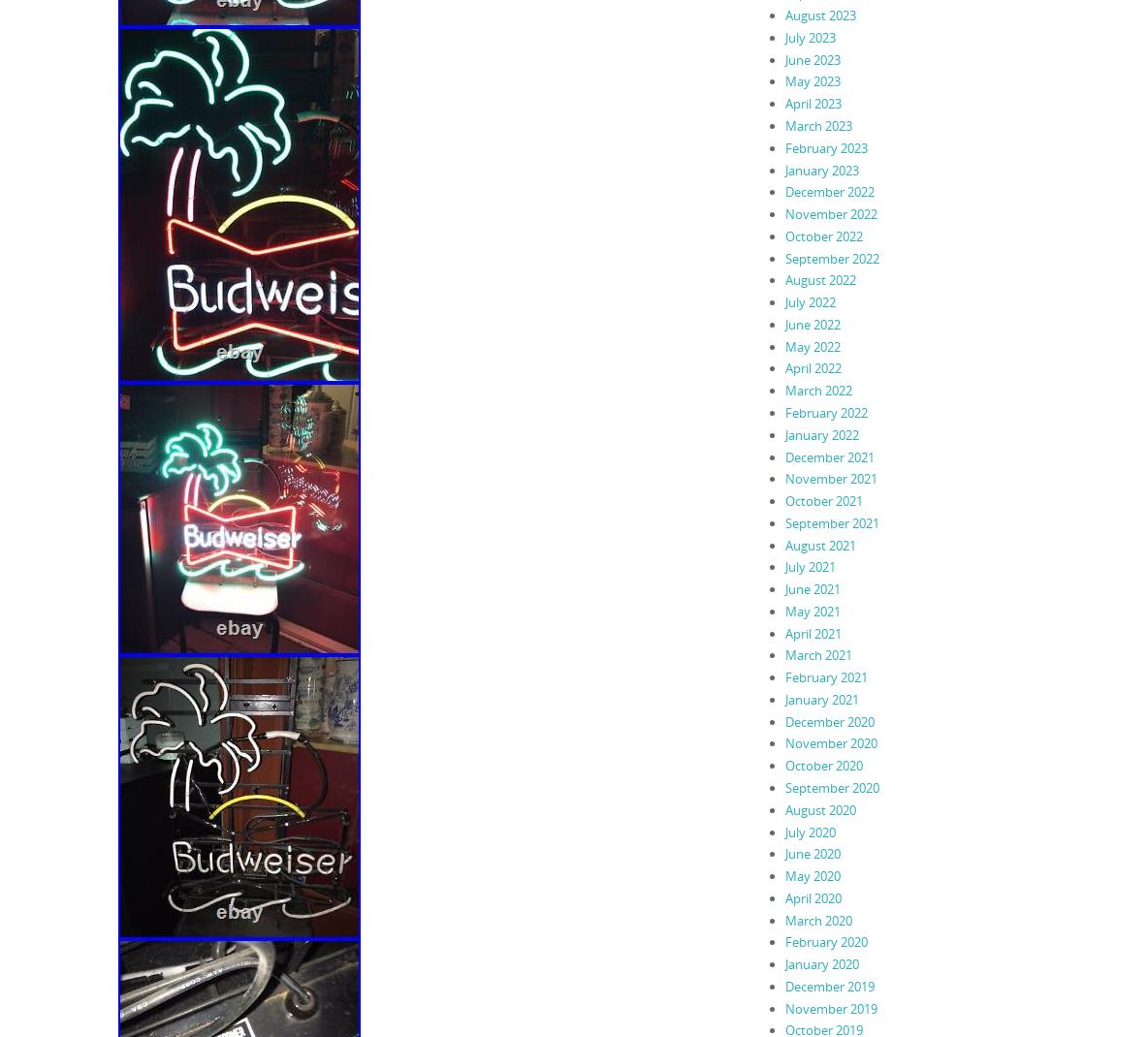 The width and height of the screenshot is (1148, 1037). Describe the element at coordinates (830, 479) in the screenshot. I see `'November 2021'` at that location.